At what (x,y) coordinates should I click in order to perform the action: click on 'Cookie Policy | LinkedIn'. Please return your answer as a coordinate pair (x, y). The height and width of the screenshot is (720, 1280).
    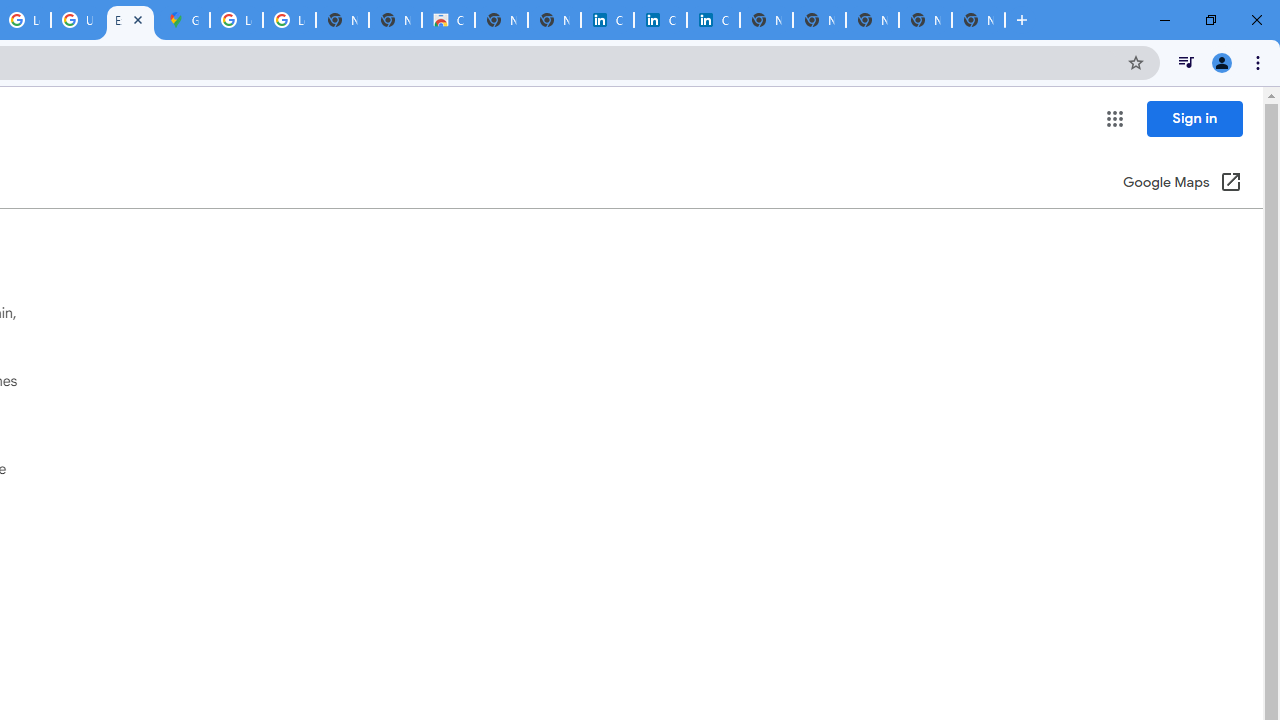
    Looking at the image, I should click on (606, 20).